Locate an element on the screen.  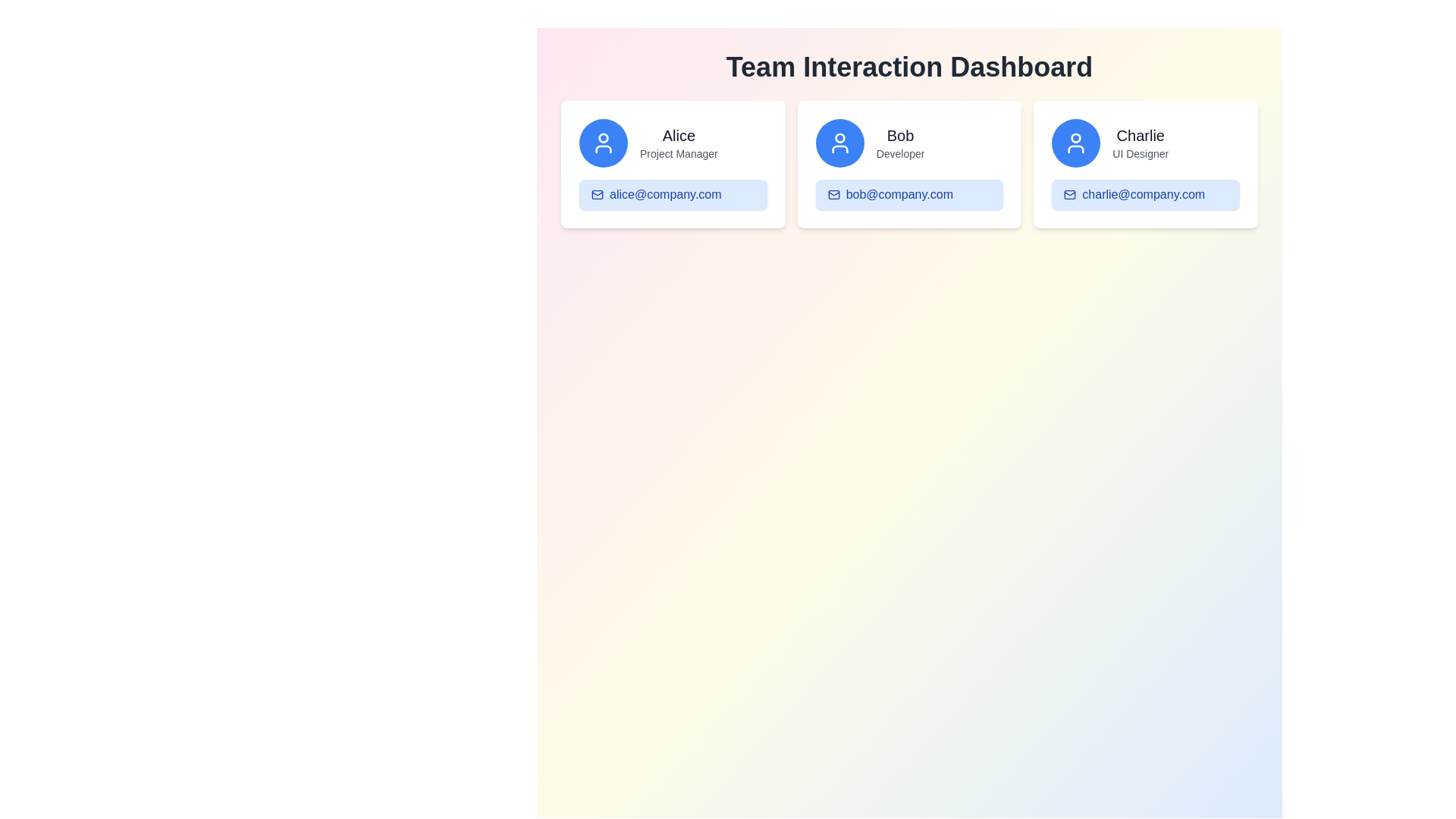
the mail envelope icon located to the left of the email address label 'bob@company.com' in Bob's card section is located at coordinates (833, 194).